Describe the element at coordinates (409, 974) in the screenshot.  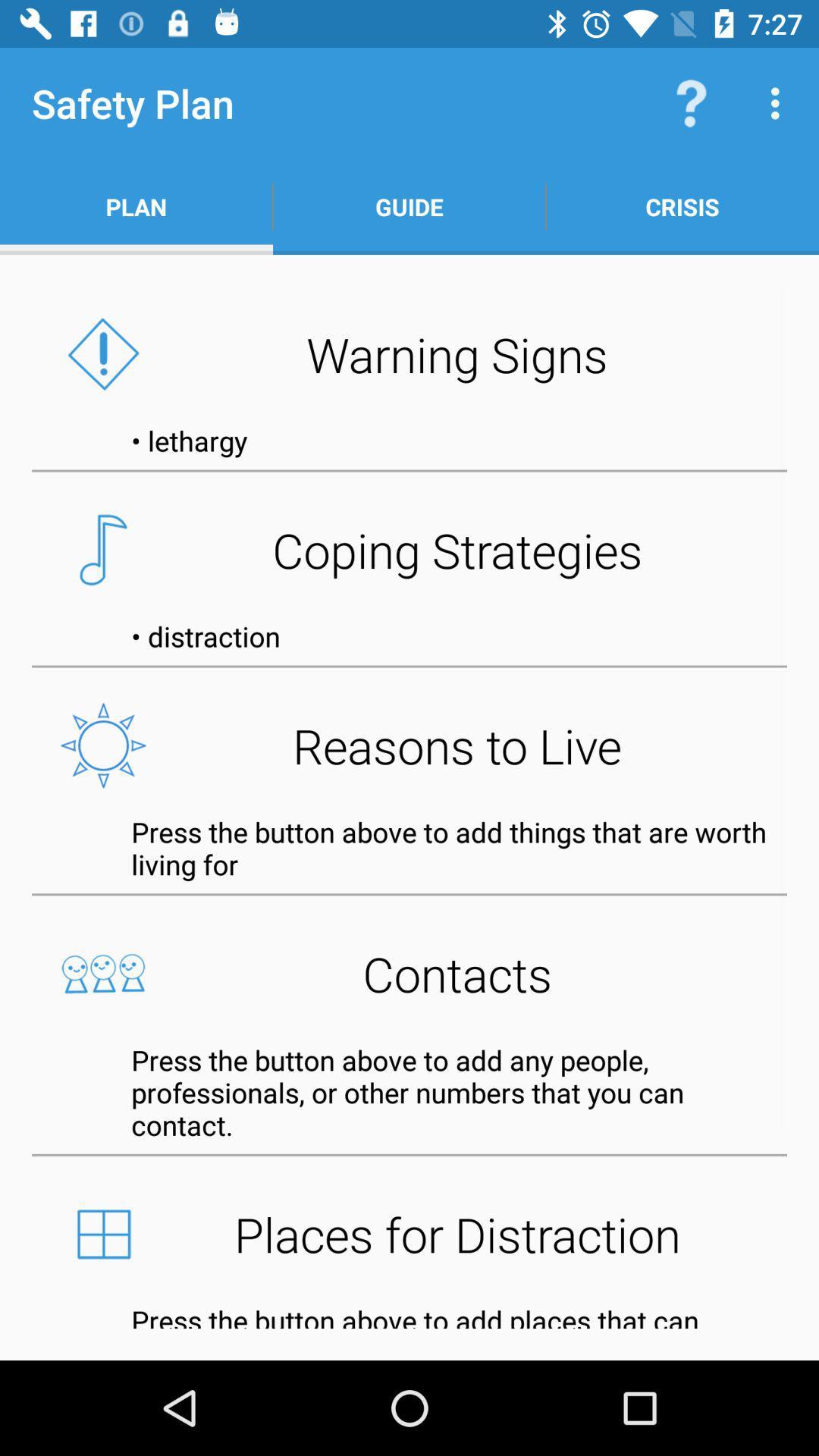
I see `icon above press the button` at that location.